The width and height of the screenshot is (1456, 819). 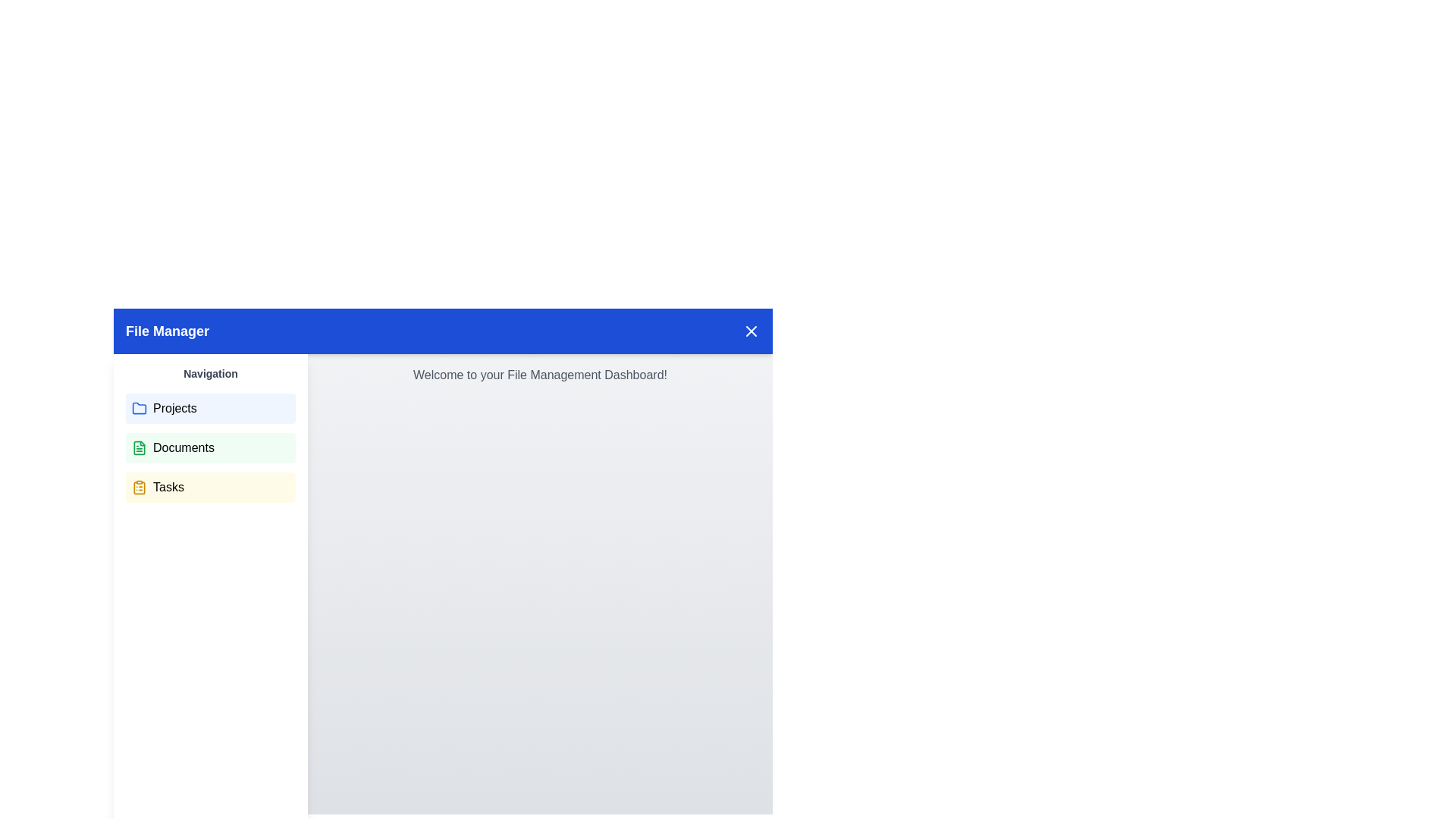 What do you see at coordinates (540, 375) in the screenshot?
I see `the static informational text displaying 'Welcome to your File Management Dashboard!' in light gray font, located centrally below the 'File Manager' header` at bounding box center [540, 375].